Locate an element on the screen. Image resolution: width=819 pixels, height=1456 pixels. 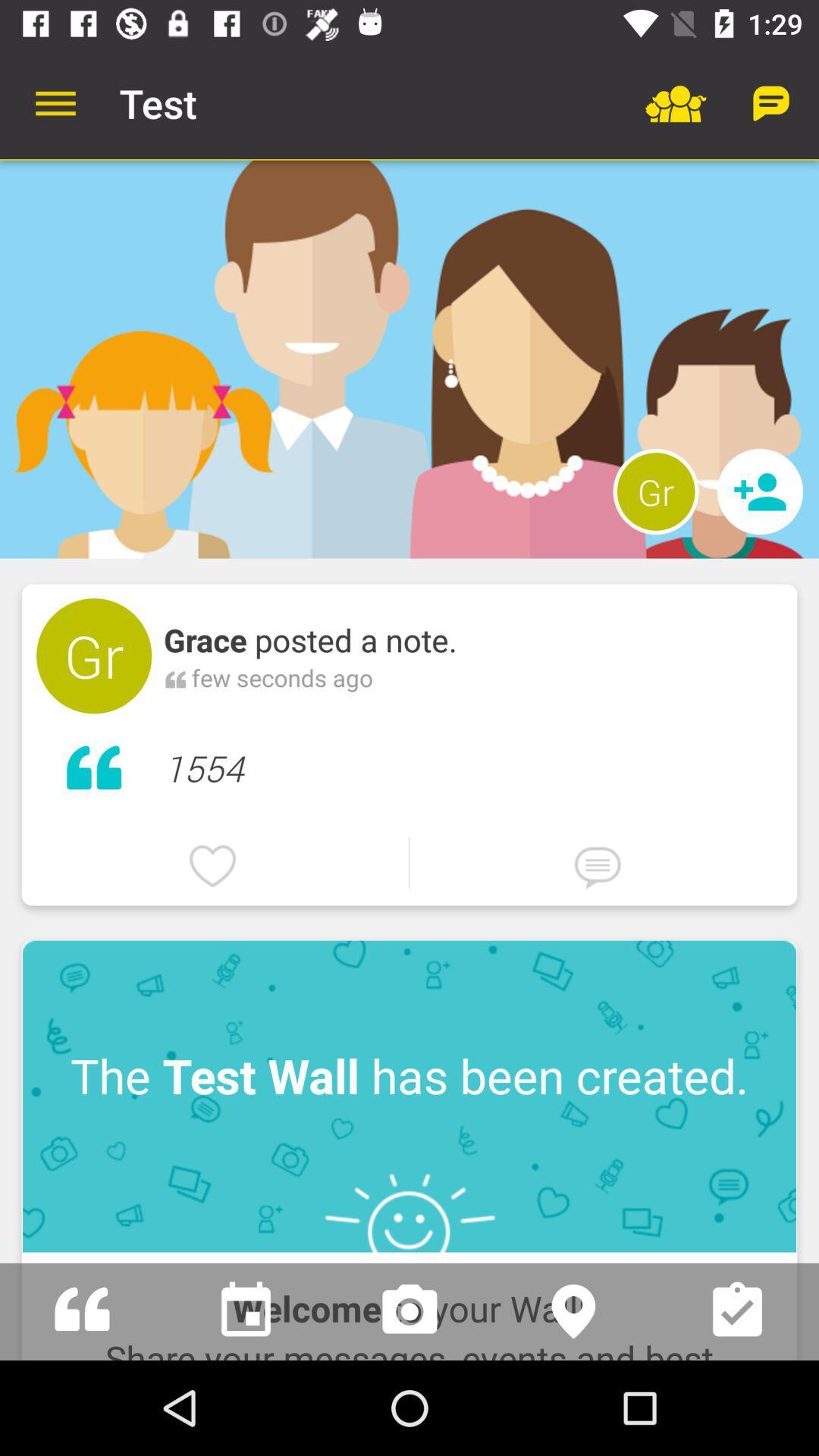
open camera is located at coordinates (409, 1310).